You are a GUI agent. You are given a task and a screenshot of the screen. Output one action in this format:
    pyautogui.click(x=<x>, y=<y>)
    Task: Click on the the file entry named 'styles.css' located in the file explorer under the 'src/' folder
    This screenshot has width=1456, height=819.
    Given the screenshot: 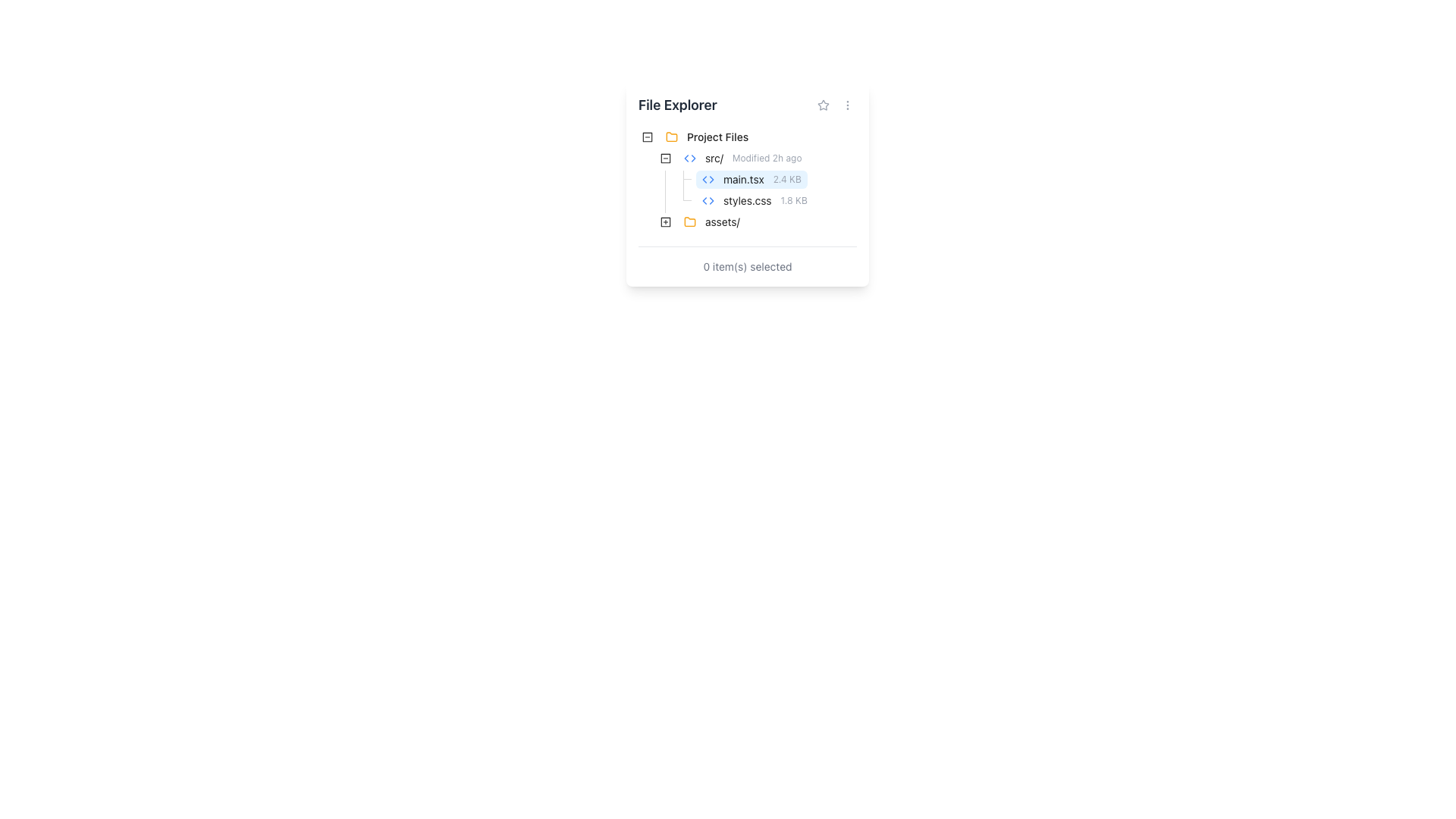 What is the action you would take?
    pyautogui.click(x=755, y=200)
    